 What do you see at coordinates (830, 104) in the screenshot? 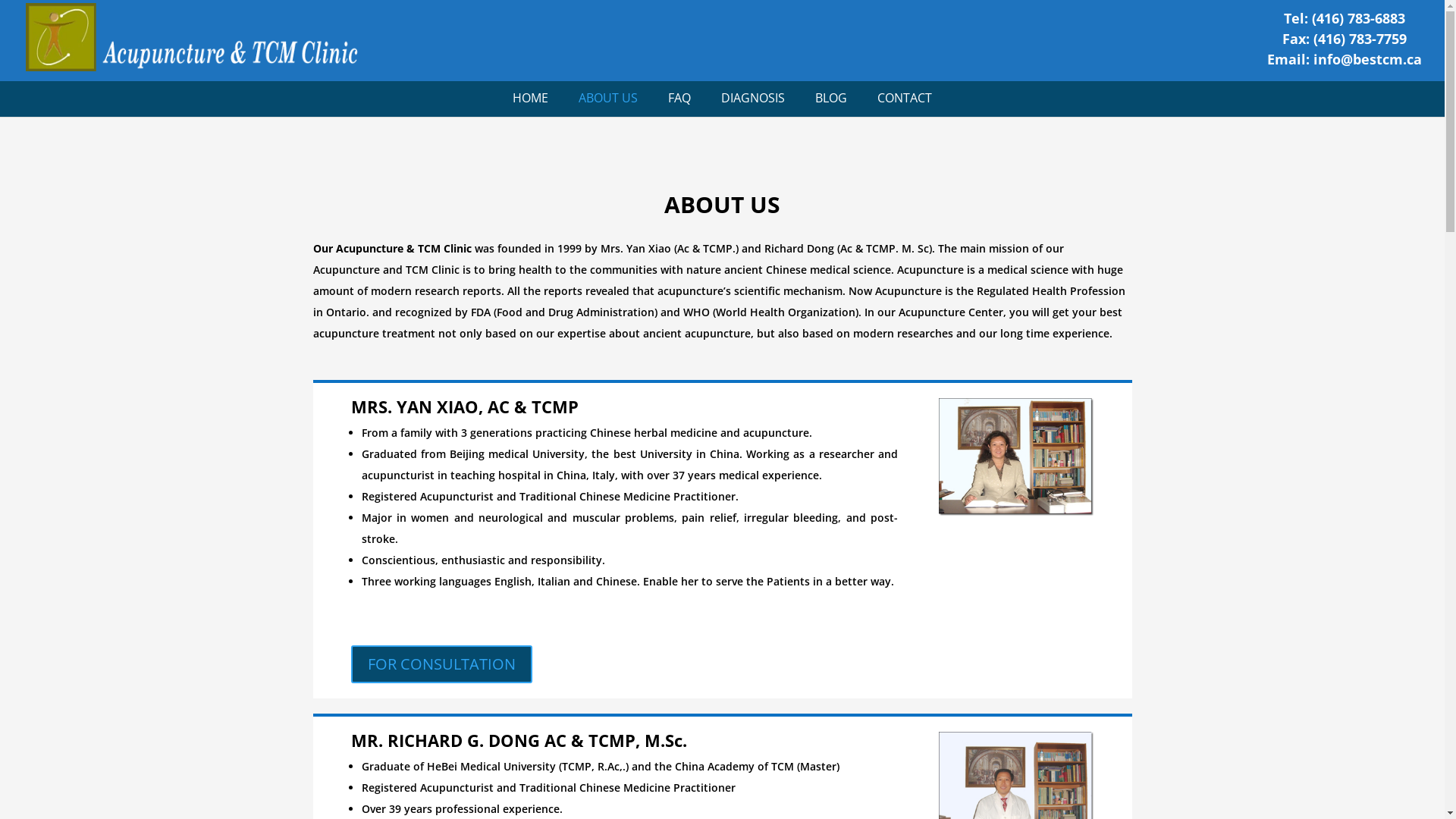
I see `'BLOG'` at bounding box center [830, 104].